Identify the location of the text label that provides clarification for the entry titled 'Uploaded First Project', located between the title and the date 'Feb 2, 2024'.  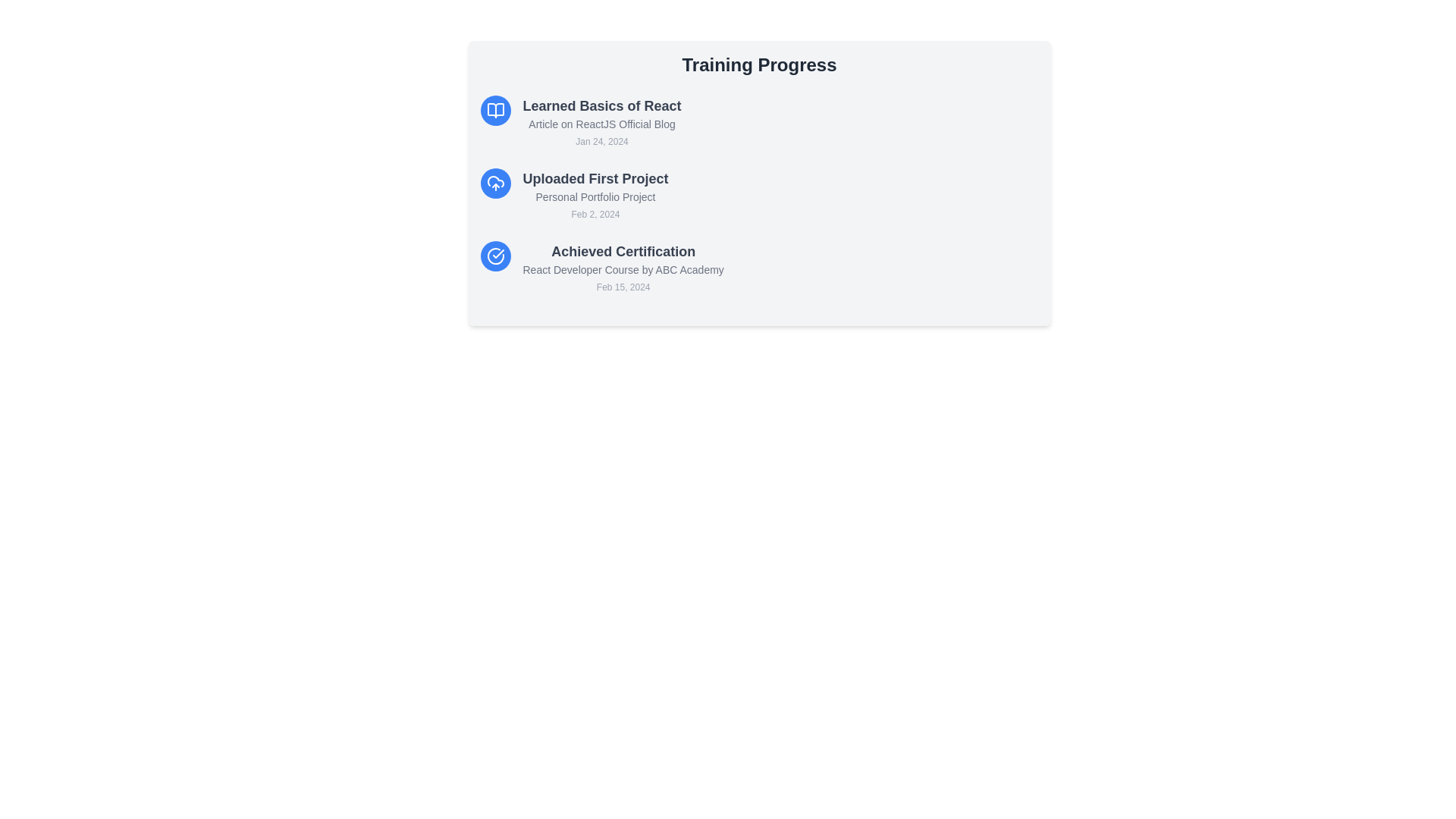
(595, 196).